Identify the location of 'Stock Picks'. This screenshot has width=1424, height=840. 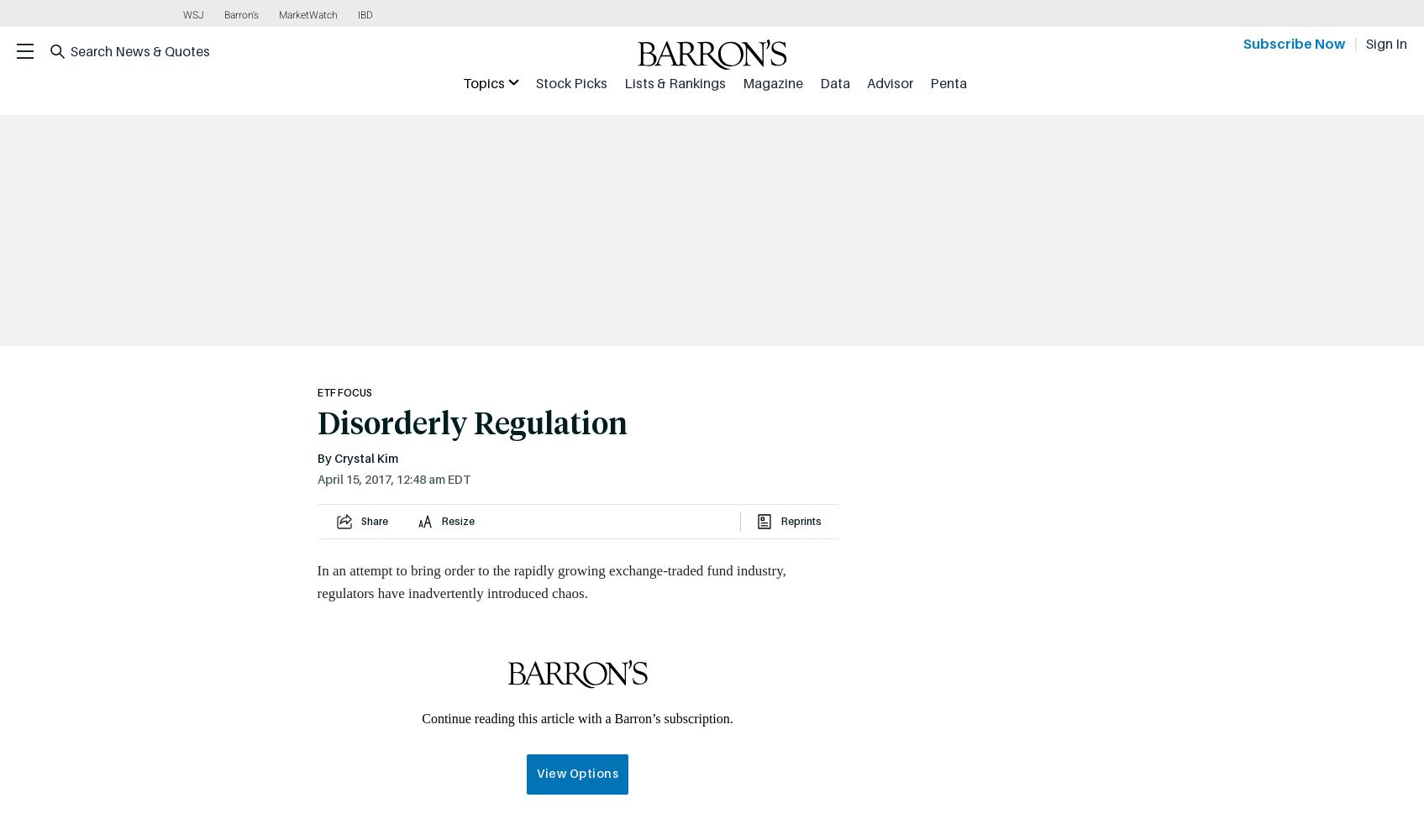
(570, 82).